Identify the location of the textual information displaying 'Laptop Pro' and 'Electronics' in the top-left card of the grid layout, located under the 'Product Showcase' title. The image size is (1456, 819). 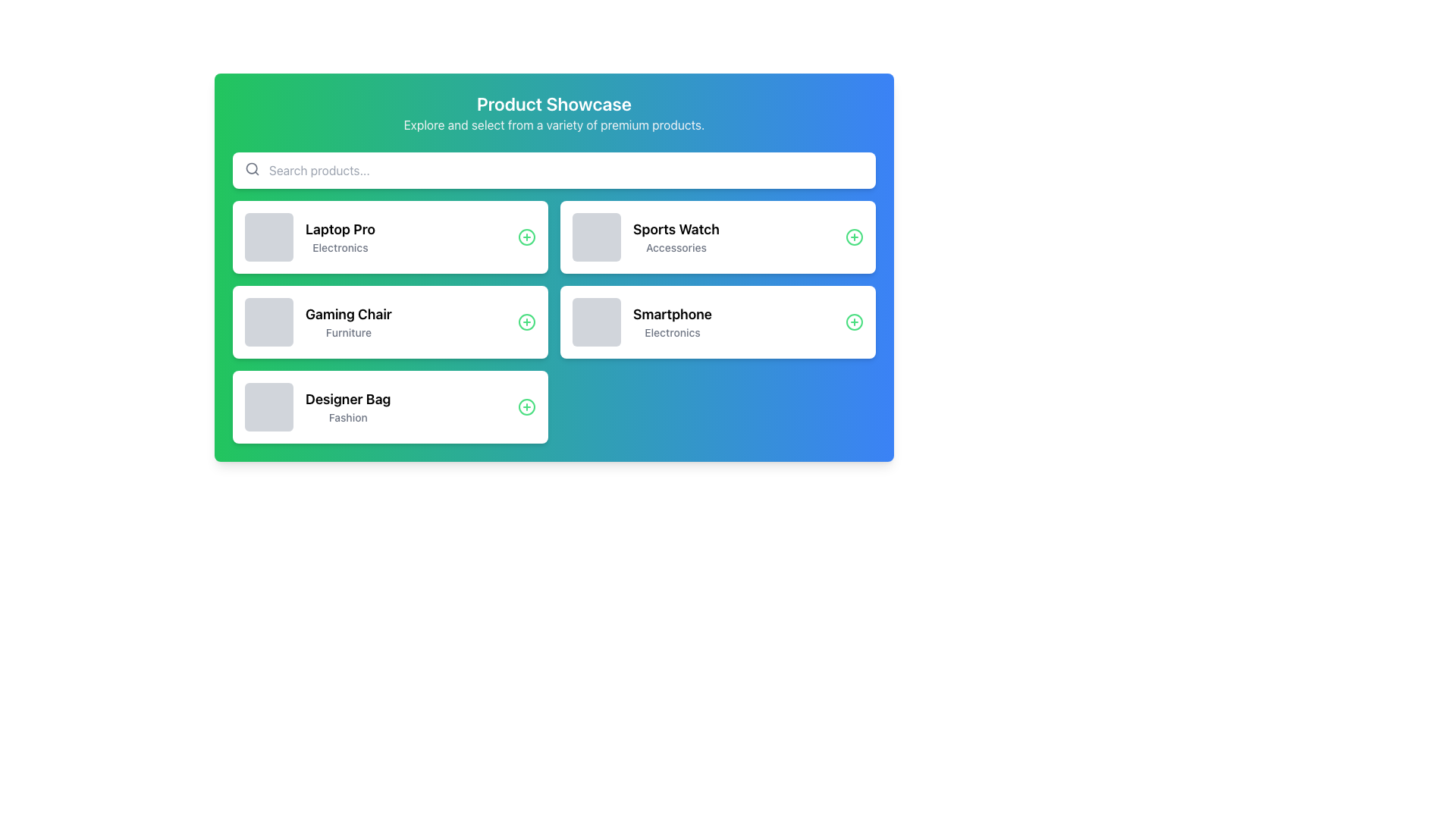
(339, 237).